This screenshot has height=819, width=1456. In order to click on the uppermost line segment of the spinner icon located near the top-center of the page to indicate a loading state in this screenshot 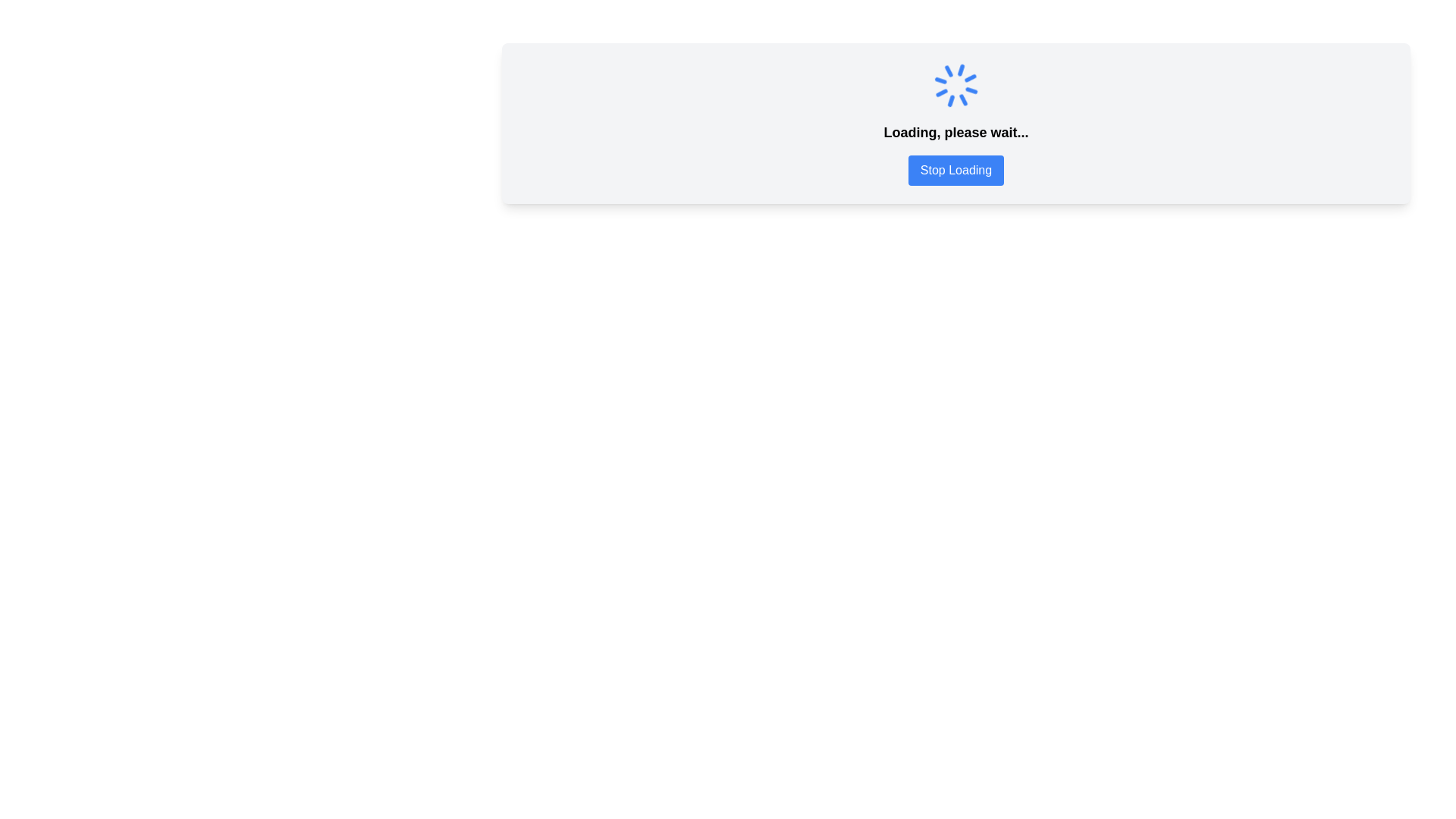, I will do `click(962, 100)`.